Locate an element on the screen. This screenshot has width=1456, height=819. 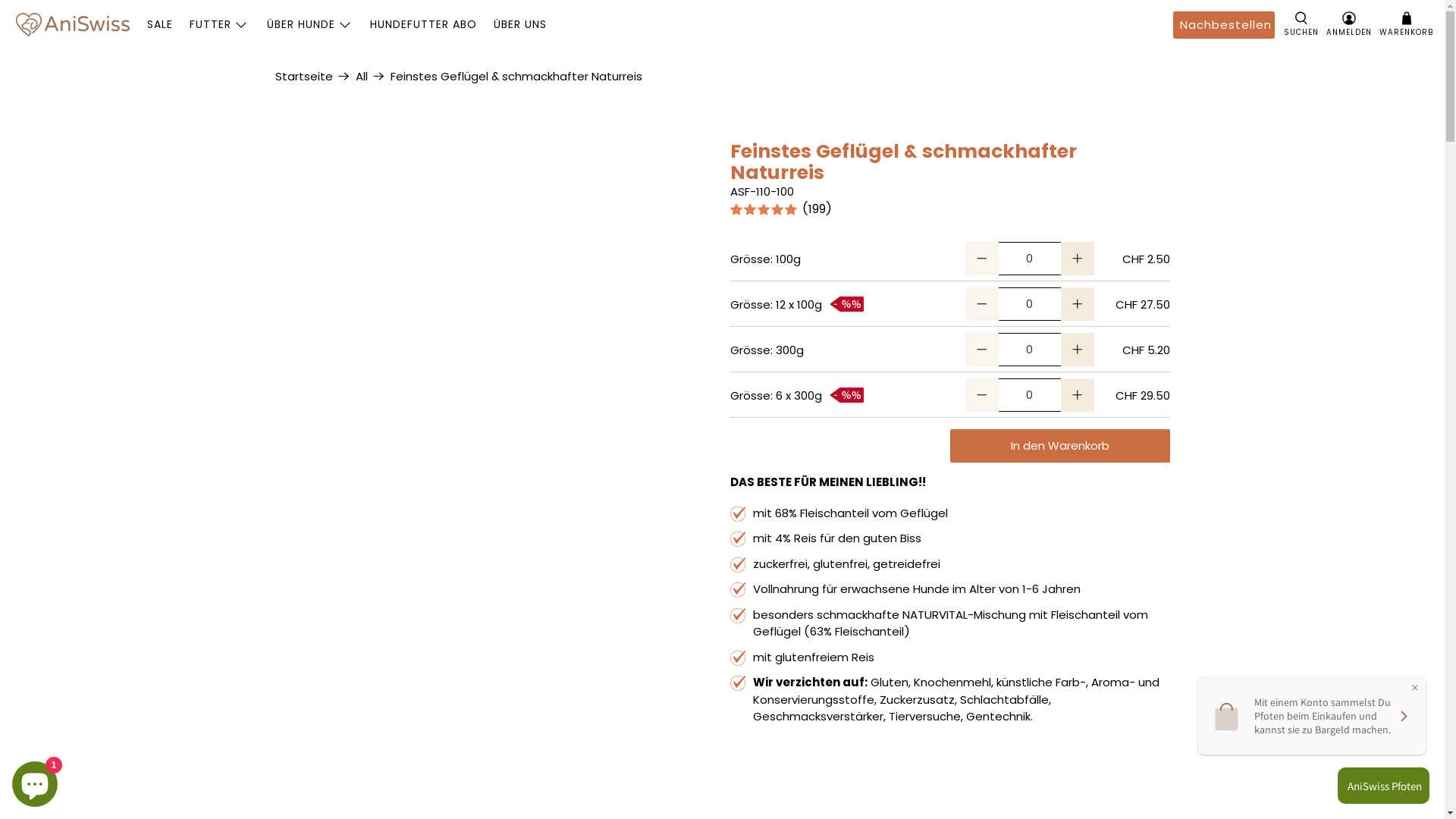
'WARENKORB' is located at coordinates (1379, 25).